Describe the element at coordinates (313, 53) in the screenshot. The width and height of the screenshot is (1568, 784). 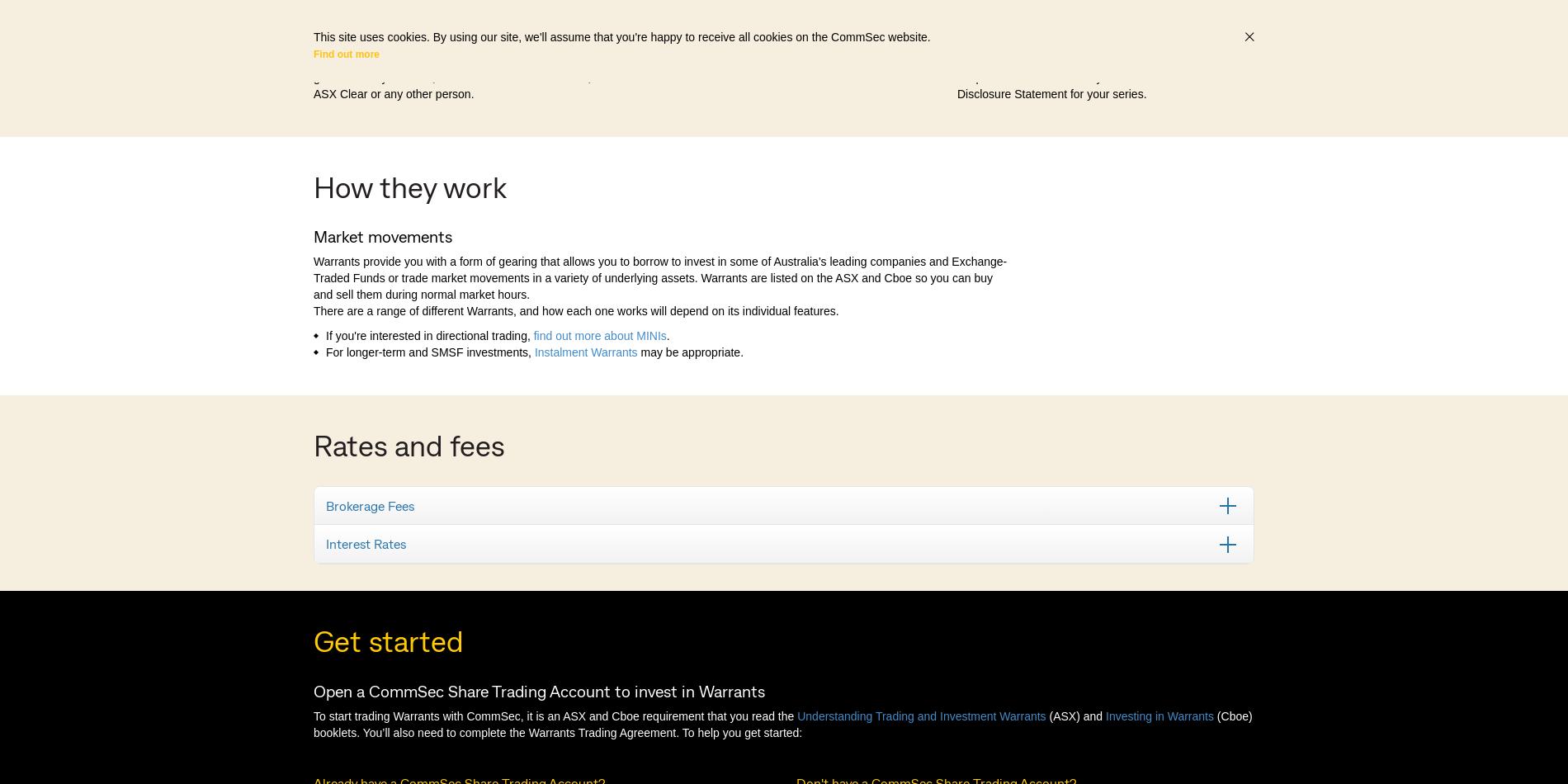
I see `'Find out more'` at that location.